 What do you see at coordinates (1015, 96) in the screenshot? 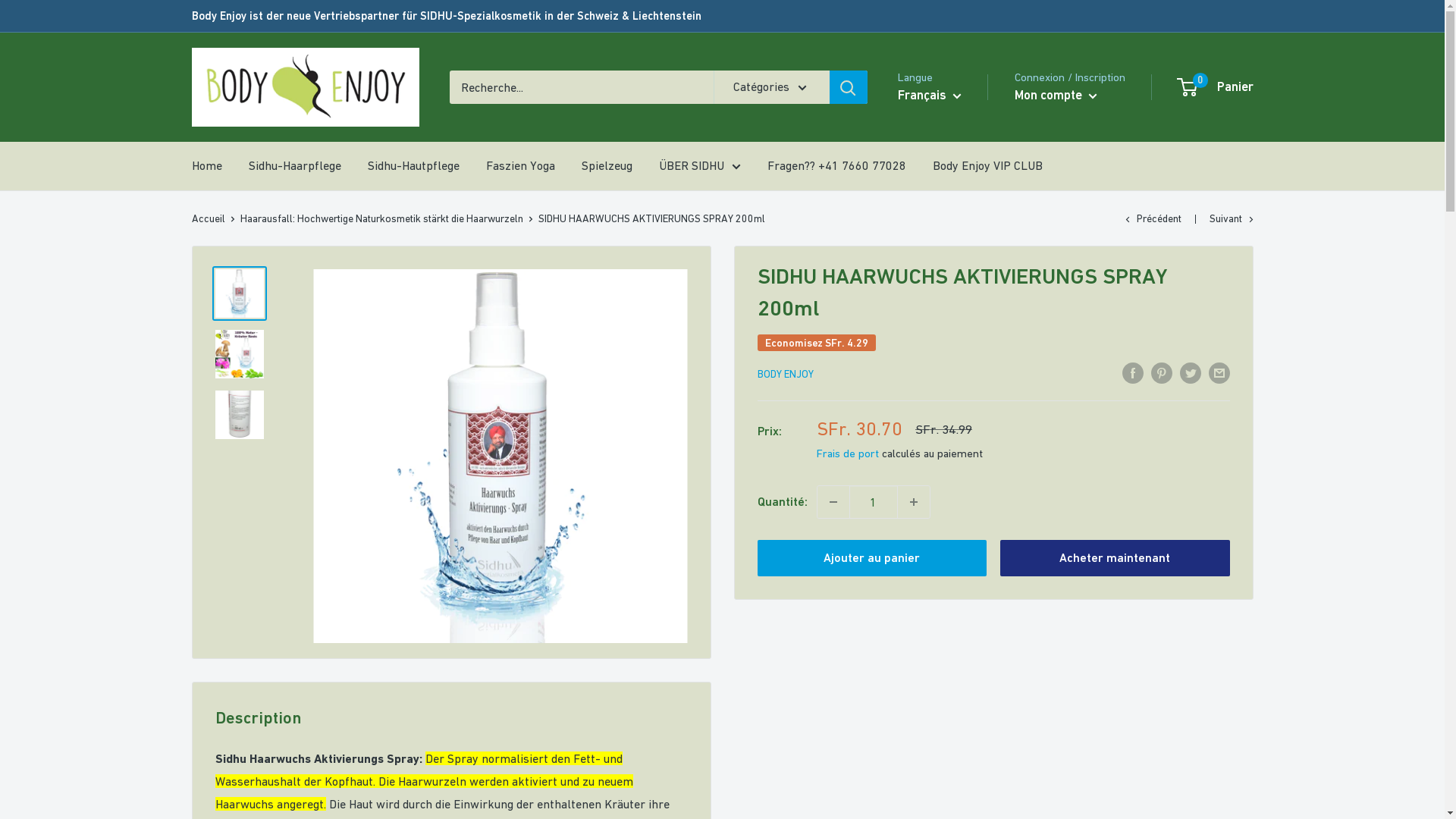
I see `'Mon compte'` at bounding box center [1015, 96].